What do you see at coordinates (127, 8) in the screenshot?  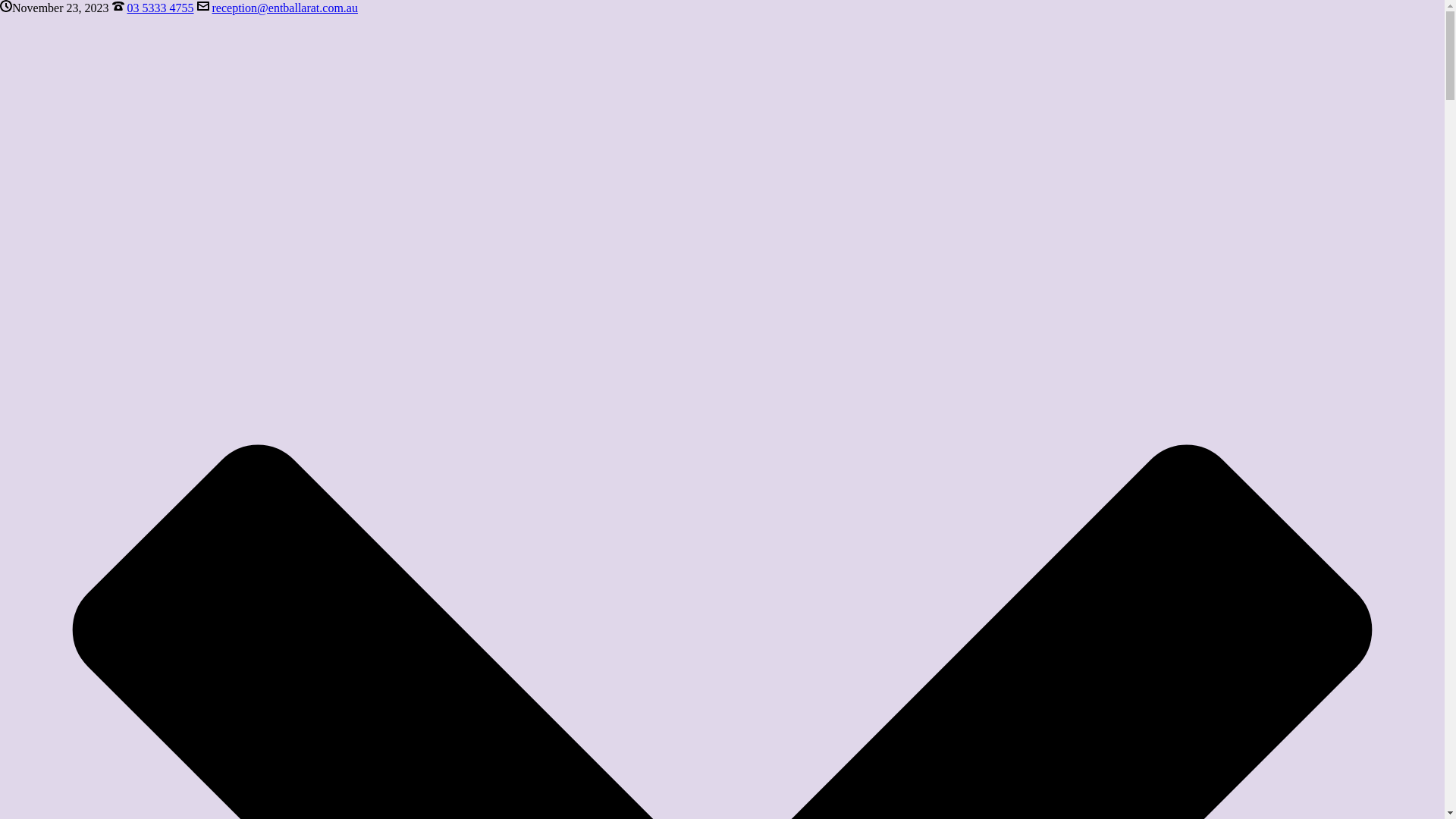 I see `'03 5333 4755'` at bounding box center [127, 8].